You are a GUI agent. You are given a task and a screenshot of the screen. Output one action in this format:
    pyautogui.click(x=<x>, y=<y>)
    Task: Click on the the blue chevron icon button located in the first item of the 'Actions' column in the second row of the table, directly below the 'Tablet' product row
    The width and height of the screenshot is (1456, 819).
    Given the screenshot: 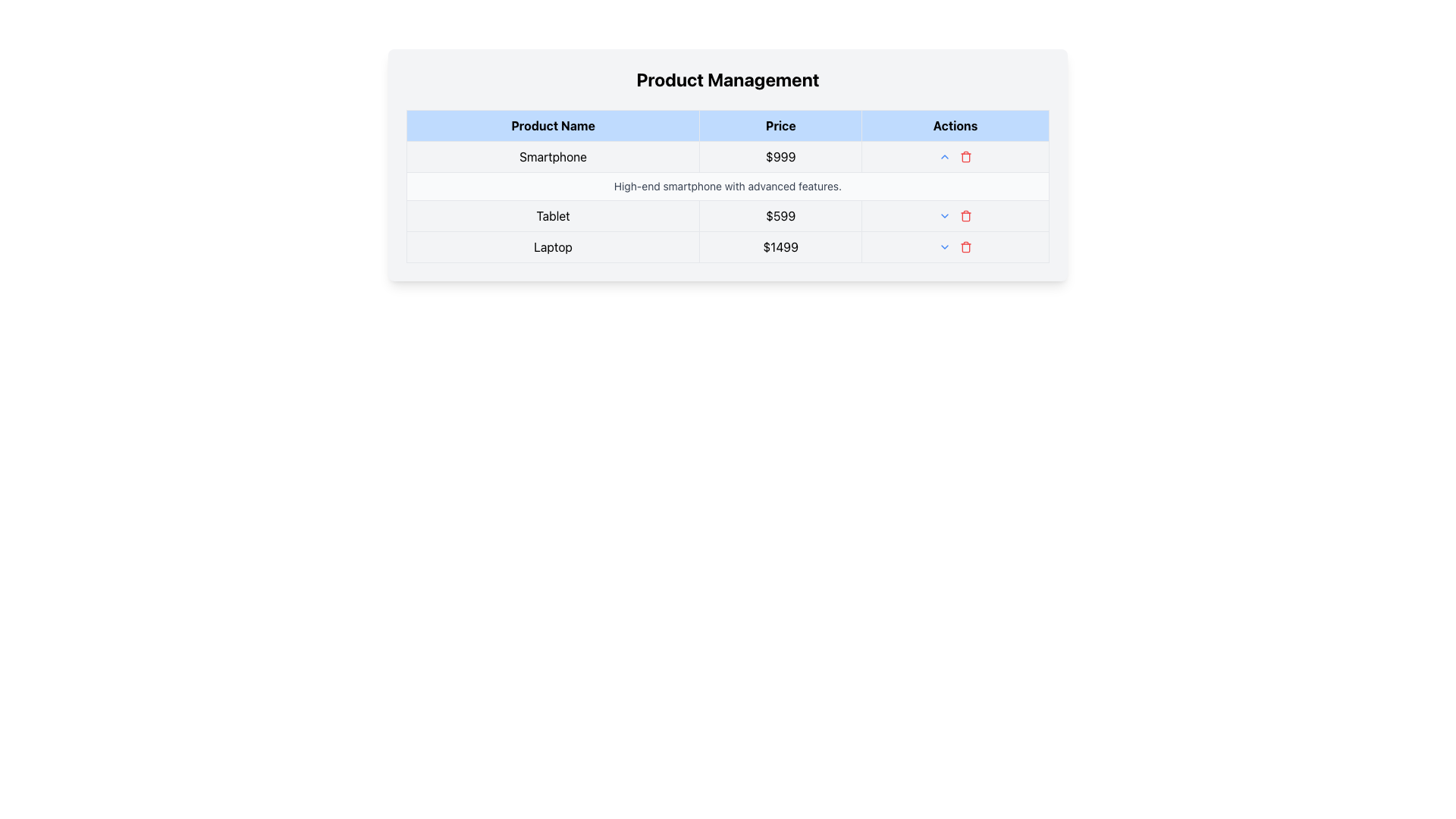 What is the action you would take?
    pyautogui.click(x=944, y=216)
    